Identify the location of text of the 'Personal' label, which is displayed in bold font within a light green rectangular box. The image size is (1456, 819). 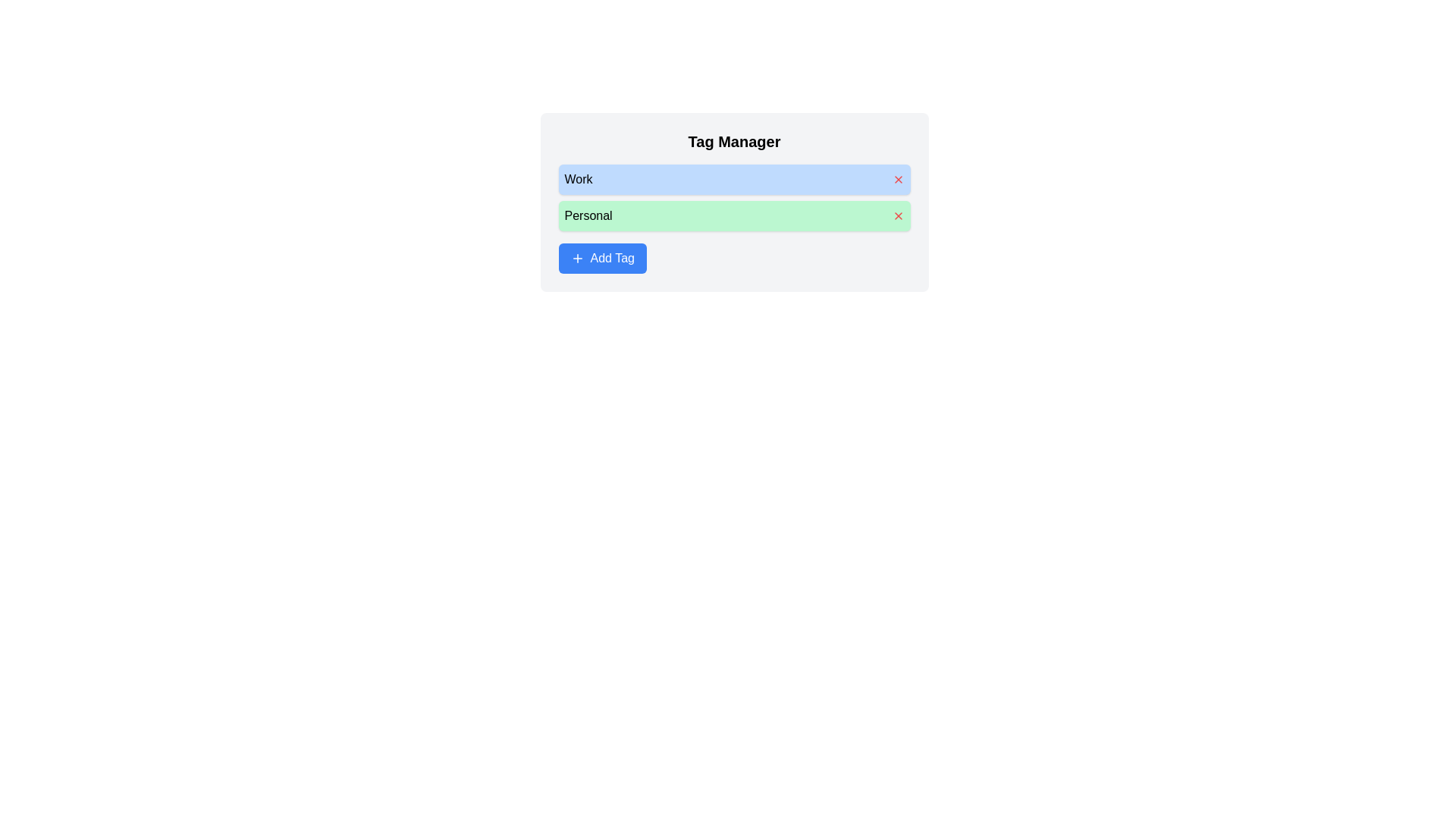
(588, 216).